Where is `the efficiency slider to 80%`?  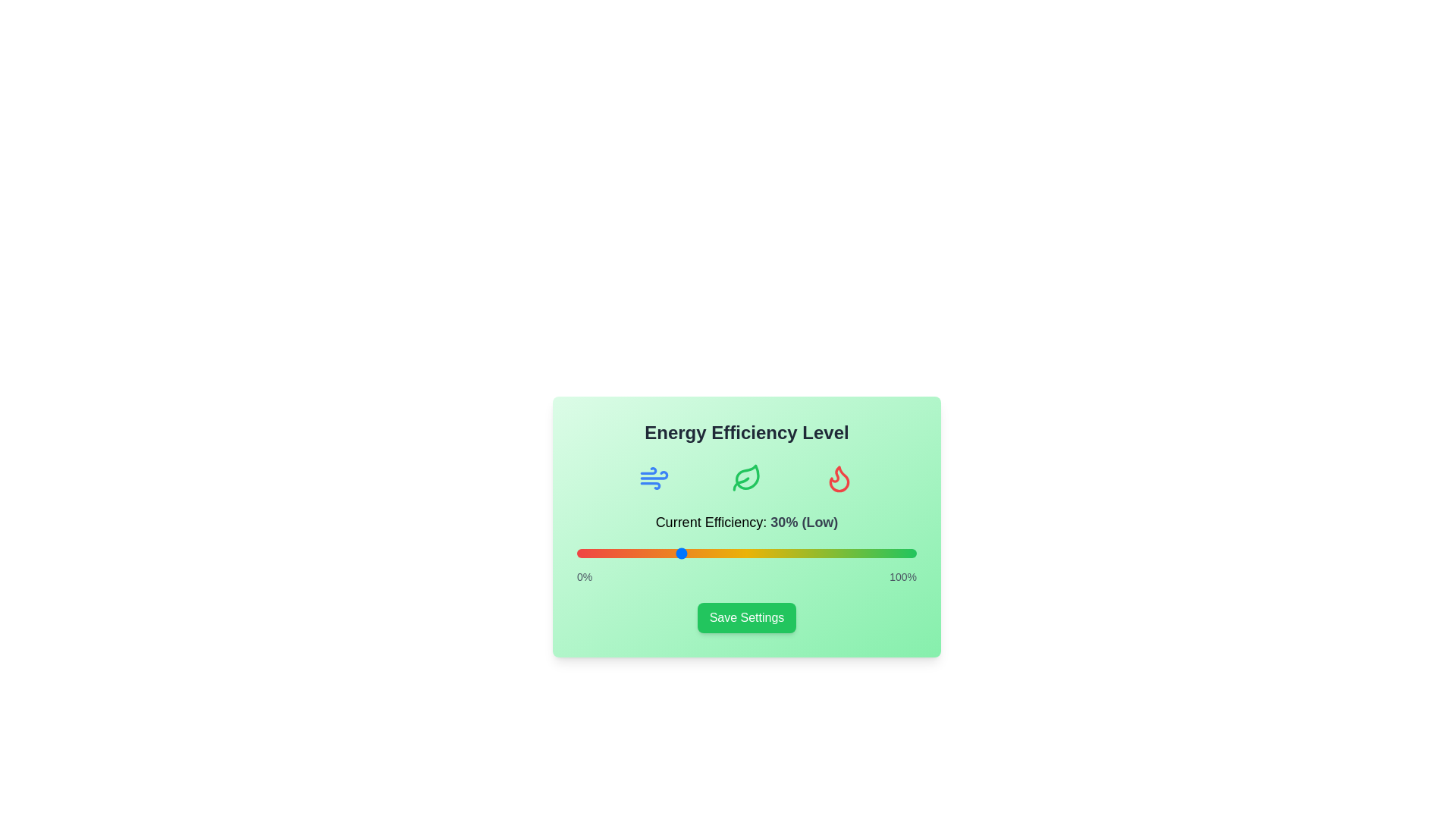
the efficiency slider to 80% is located at coordinates (848, 553).